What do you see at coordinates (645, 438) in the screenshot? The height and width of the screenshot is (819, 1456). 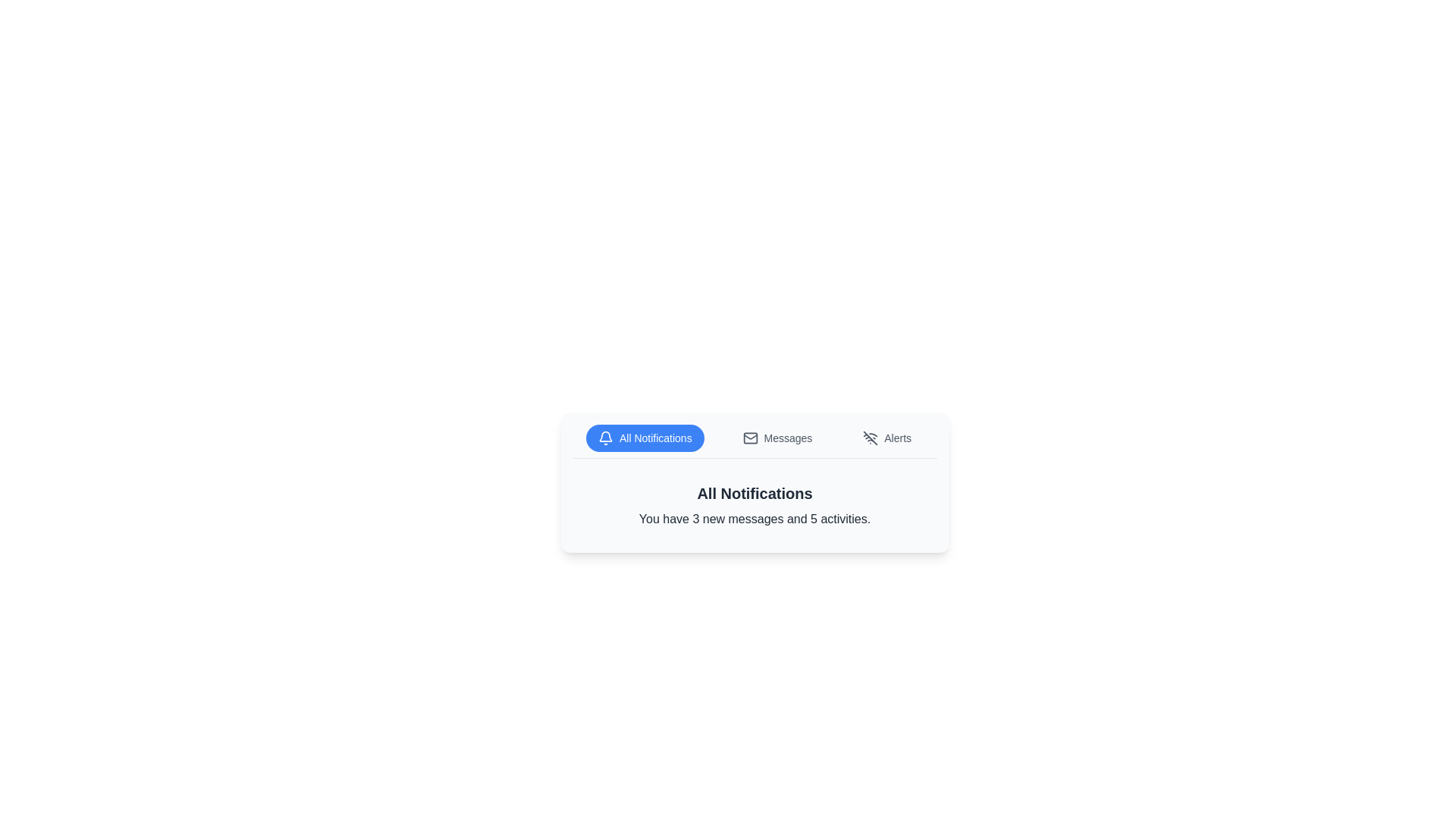 I see `the leftmost button in the group of notifications` at bounding box center [645, 438].